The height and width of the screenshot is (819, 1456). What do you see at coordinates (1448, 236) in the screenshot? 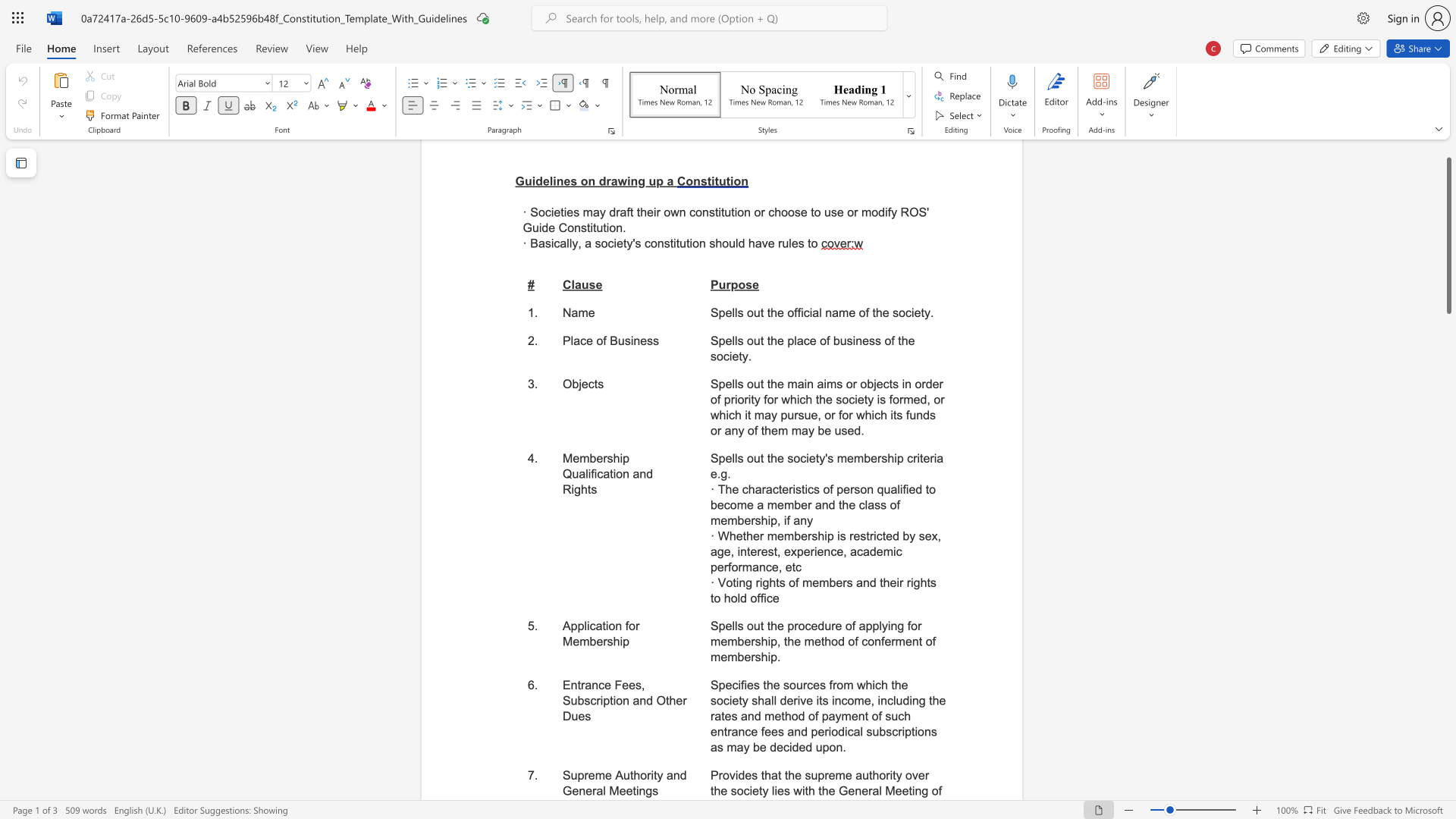
I see `the scrollbar and move down 1640 pixels` at bounding box center [1448, 236].